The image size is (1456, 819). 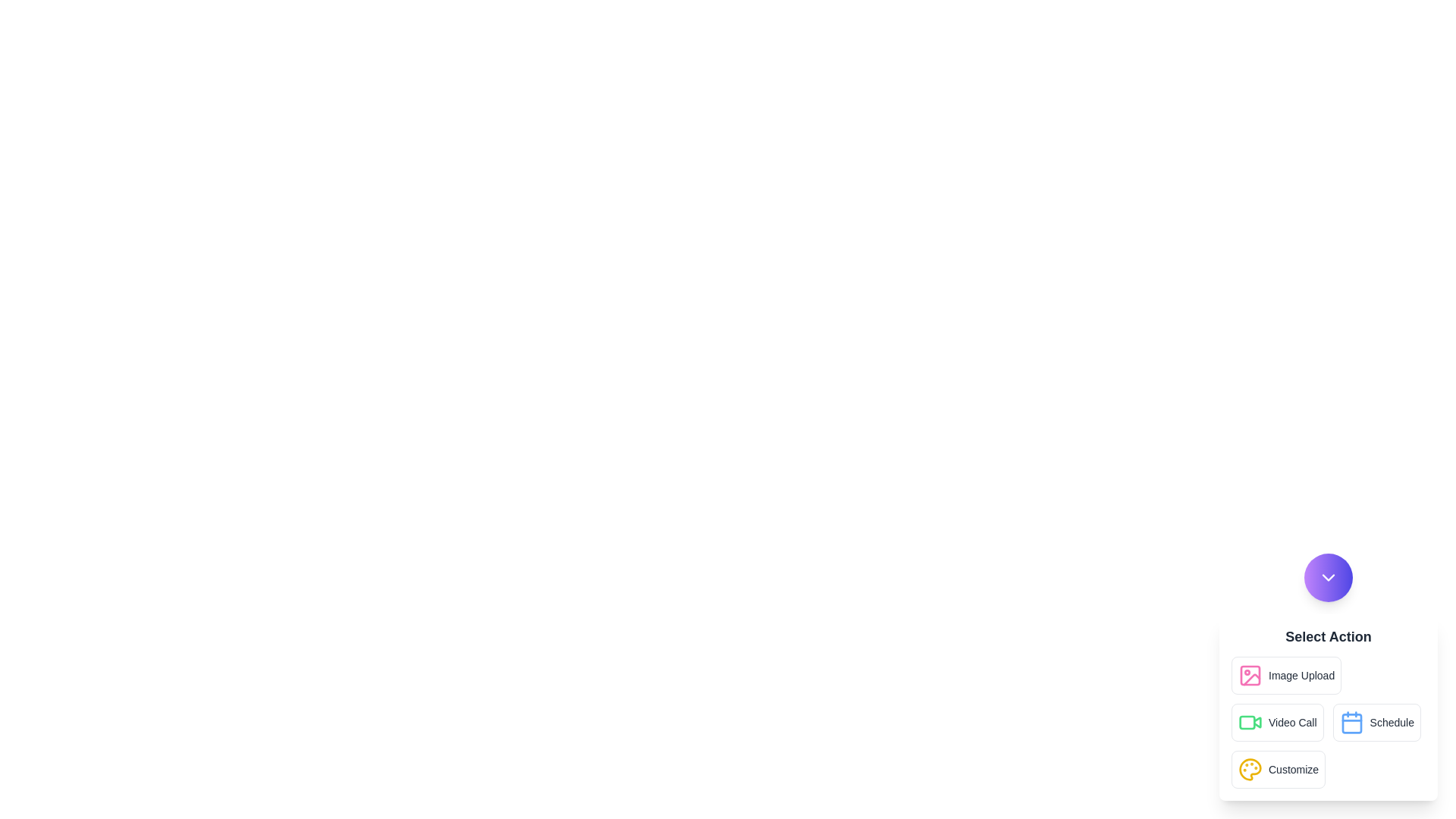 What do you see at coordinates (1250, 769) in the screenshot?
I see `the 'Customize' icon located in the dropdown menu at the bottom right section of the interface` at bounding box center [1250, 769].